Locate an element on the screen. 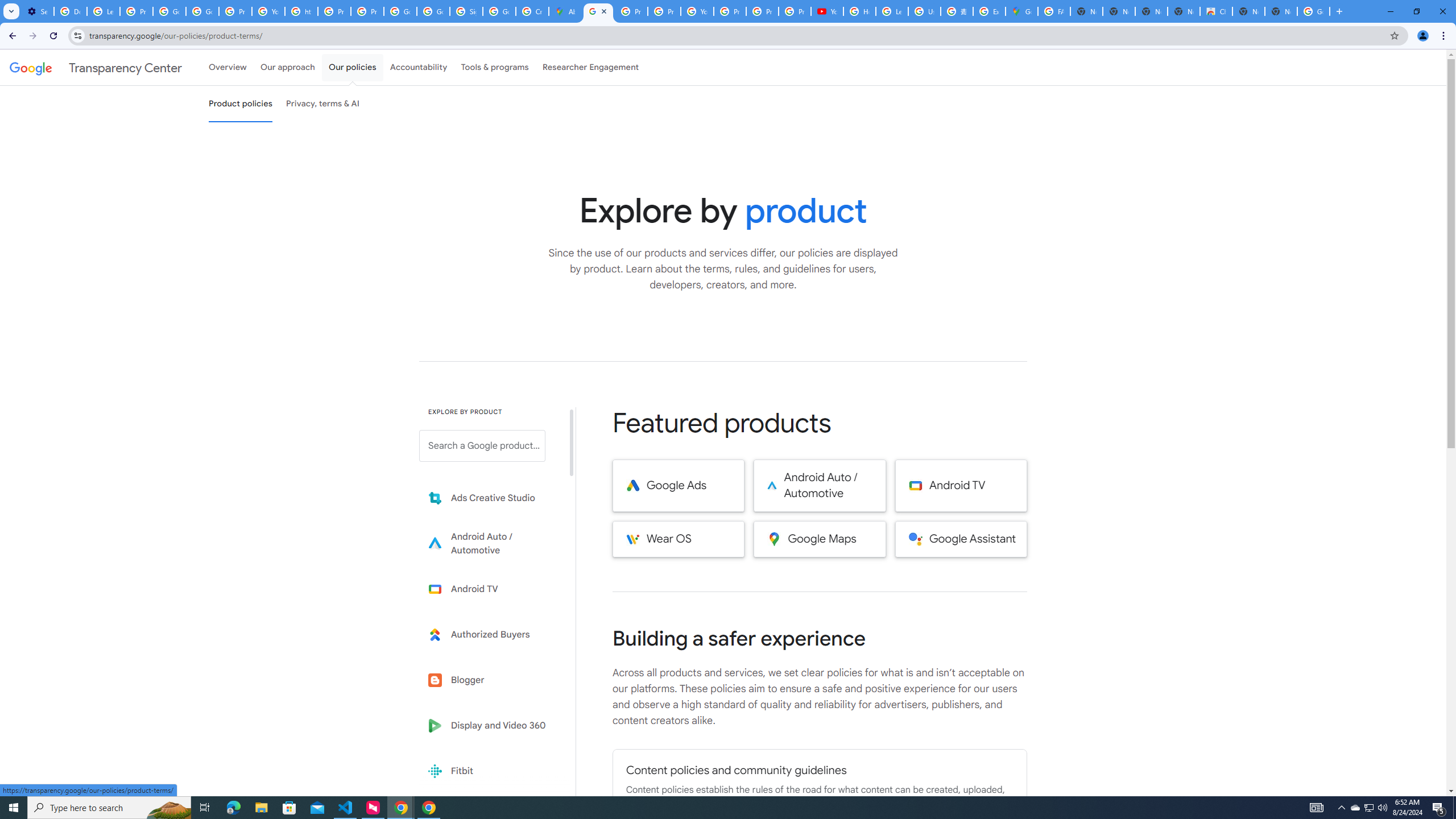 The image size is (1456, 819). 'Learn more about Authorized Buyers' is located at coordinates (490, 634).